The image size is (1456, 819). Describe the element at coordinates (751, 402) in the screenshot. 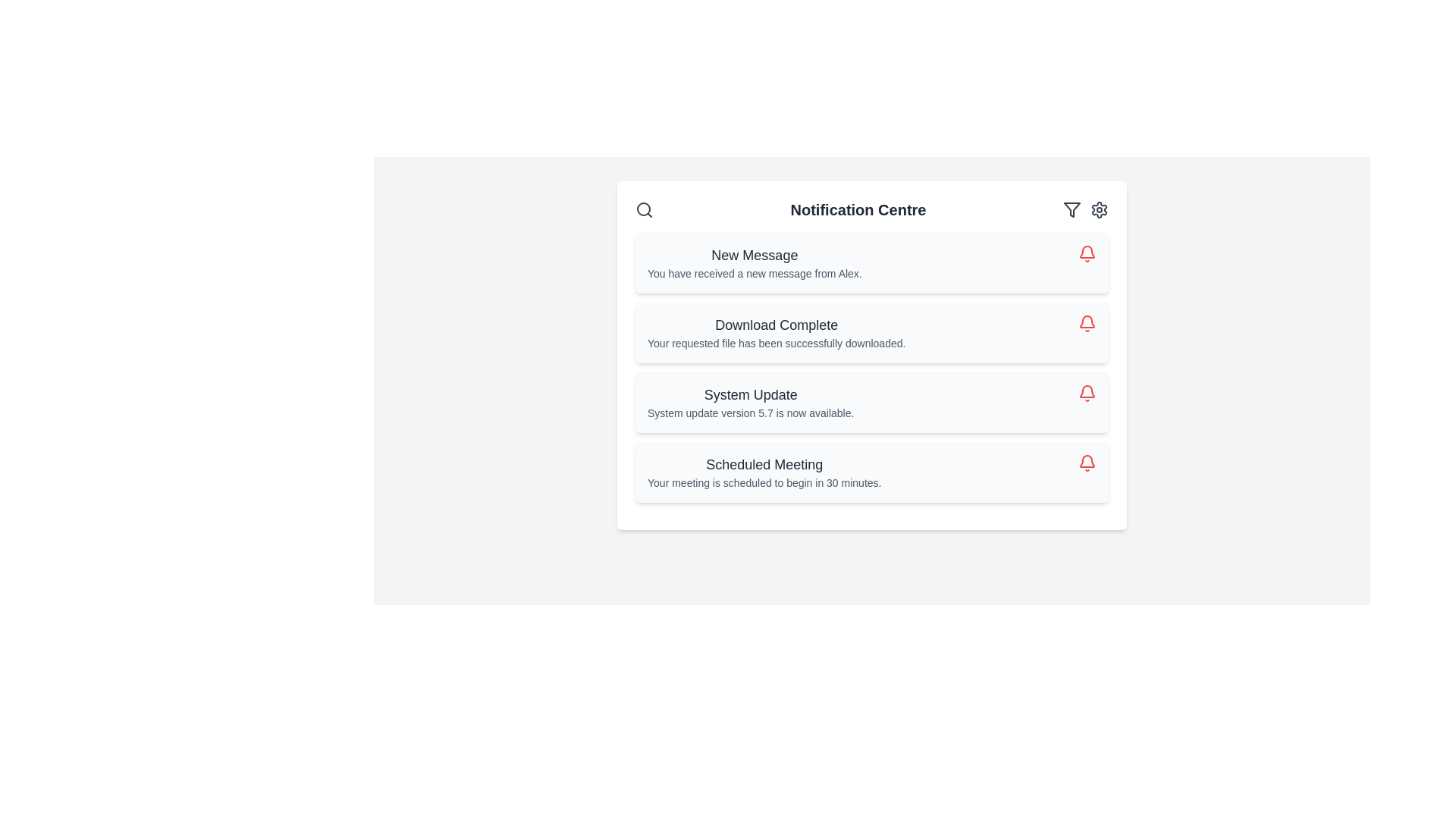

I see `the informational text display indicating the availability of a new system update version (5.7) located in the Notification Centre, between 'Download Complete' and 'Scheduled Meeting'` at that location.